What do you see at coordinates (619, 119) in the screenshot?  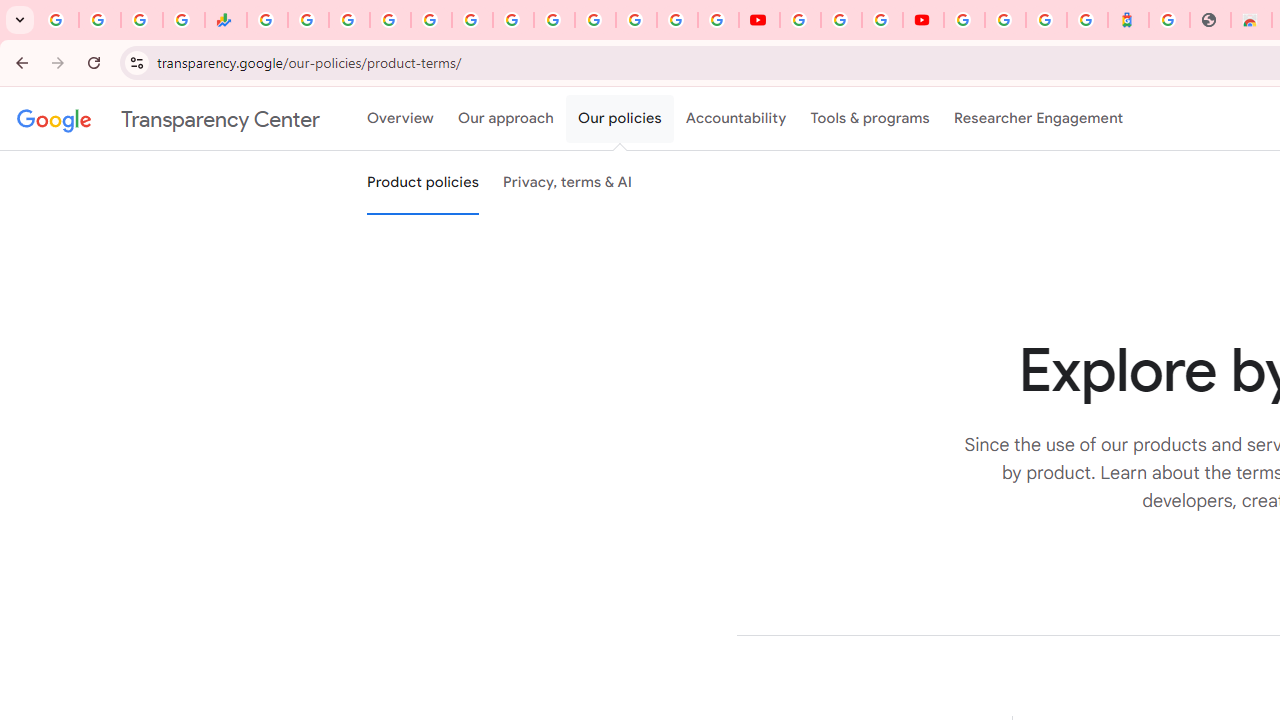 I see `'Our policies'` at bounding box center [619, 119].